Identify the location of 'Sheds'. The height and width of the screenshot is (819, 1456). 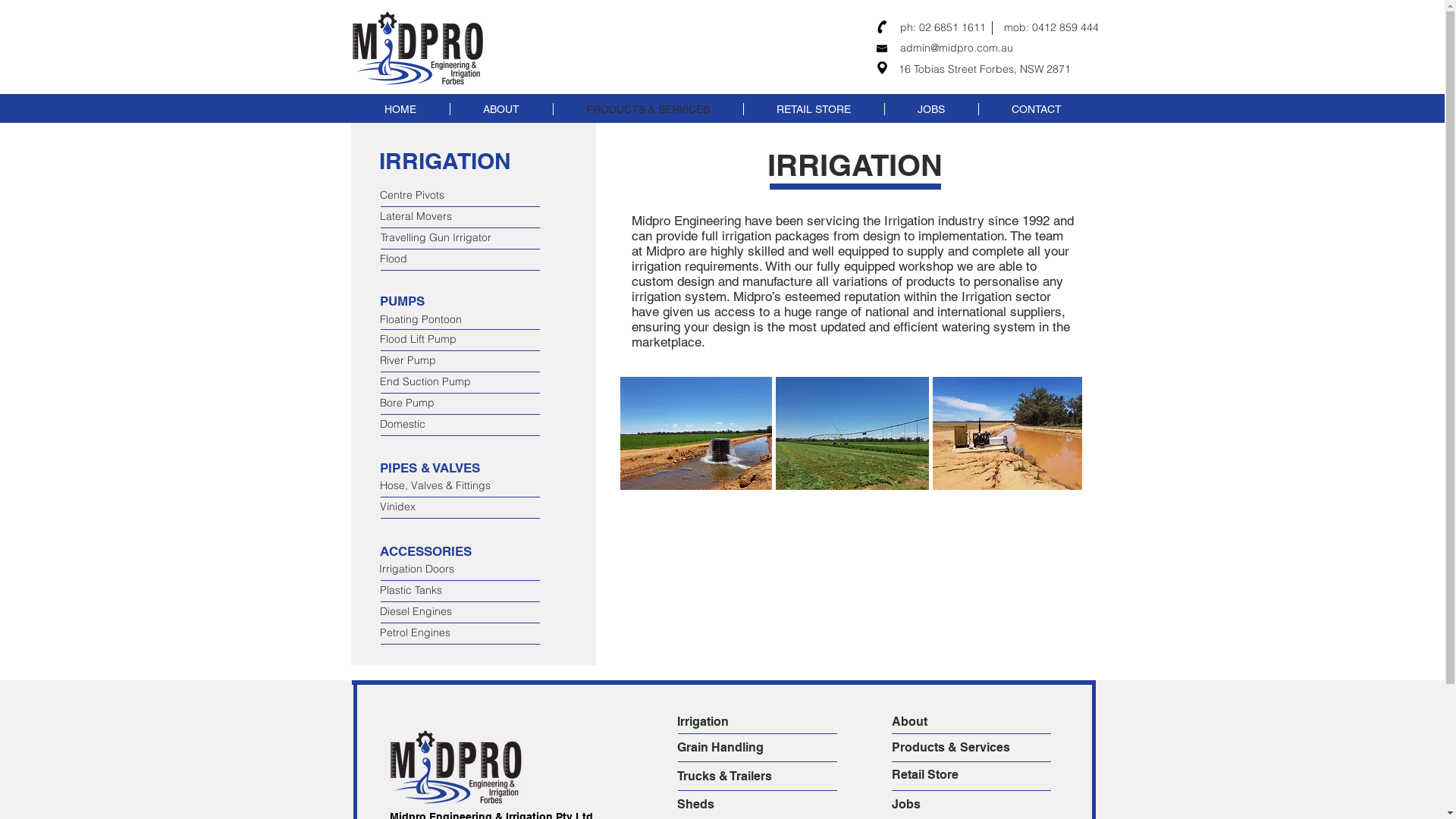
(730, 804).